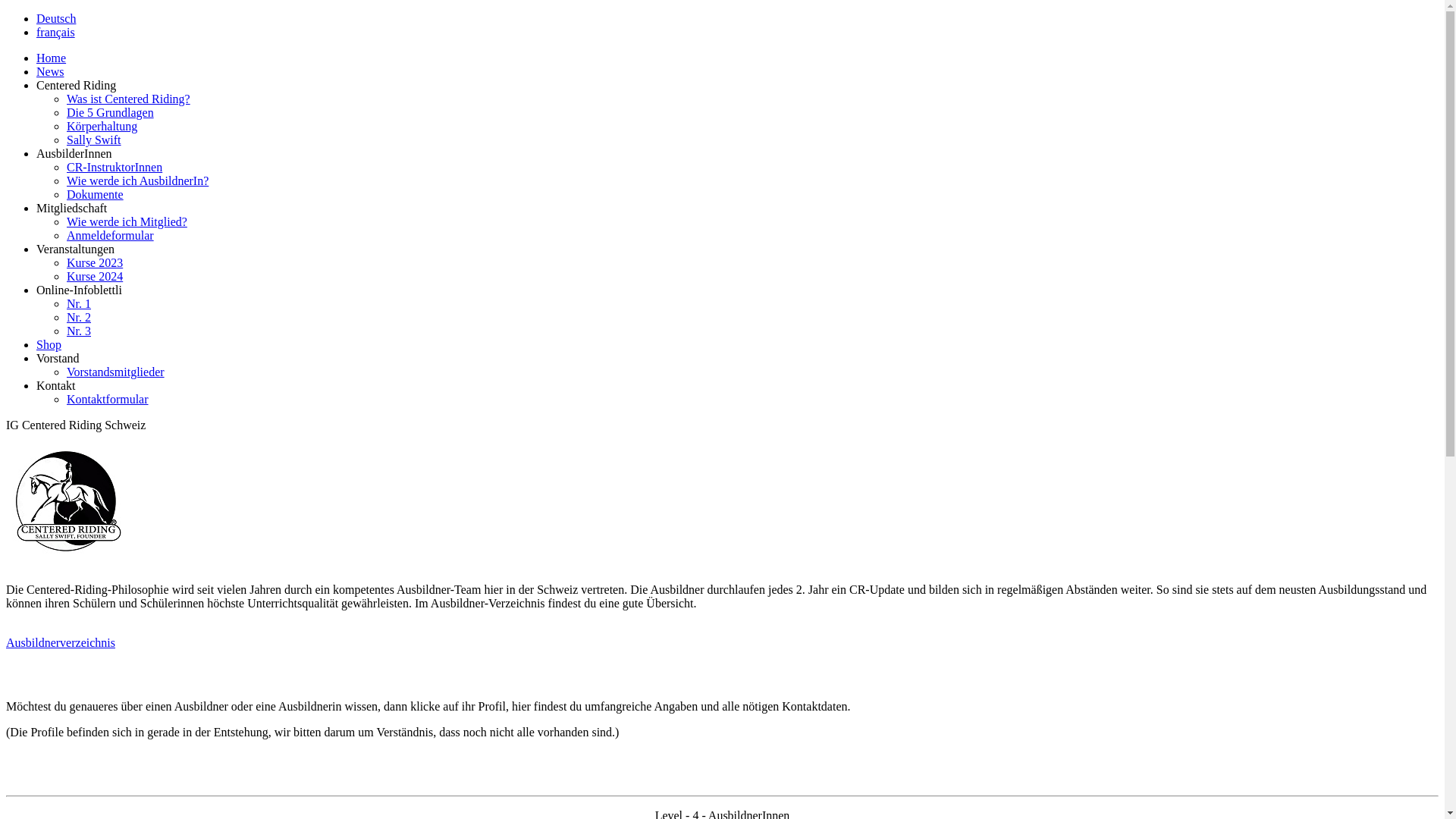 This screenshot has height=819, width=1456. What do you see at coordinates (127, 221) in the screenshot?
I see `'Wie werde ich Mitglied?'` at bounding box center [127, 221].